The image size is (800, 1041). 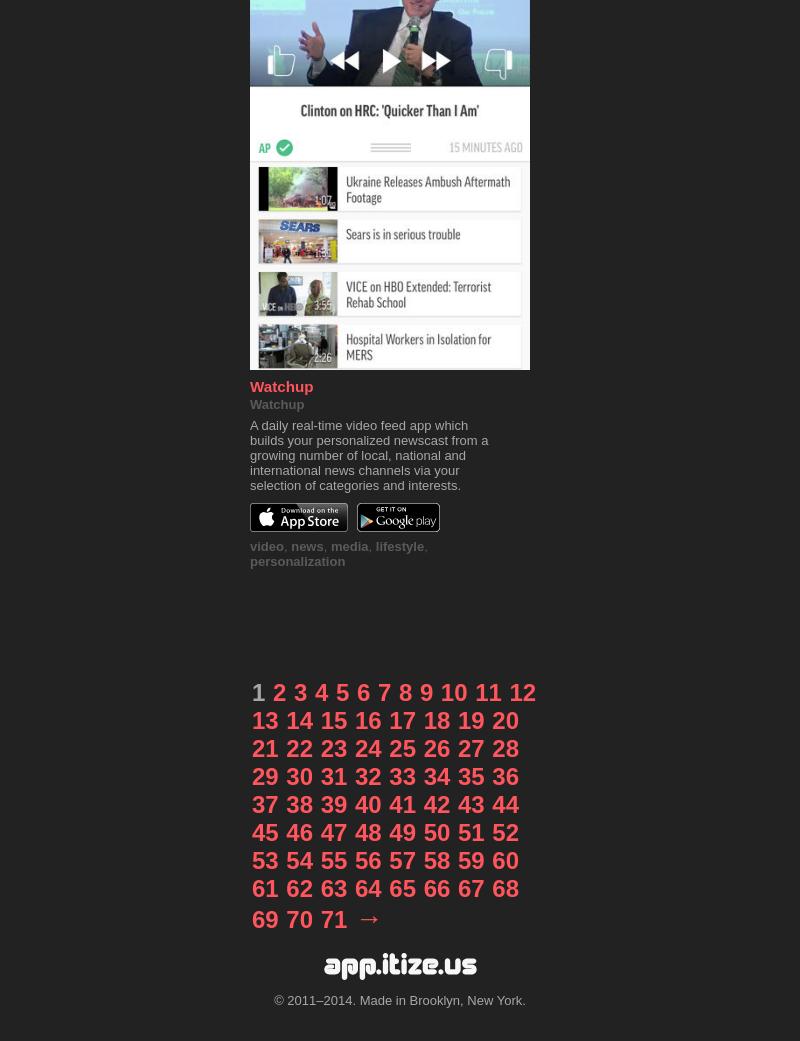 I want to click on '52', so click(x=504, y=832).